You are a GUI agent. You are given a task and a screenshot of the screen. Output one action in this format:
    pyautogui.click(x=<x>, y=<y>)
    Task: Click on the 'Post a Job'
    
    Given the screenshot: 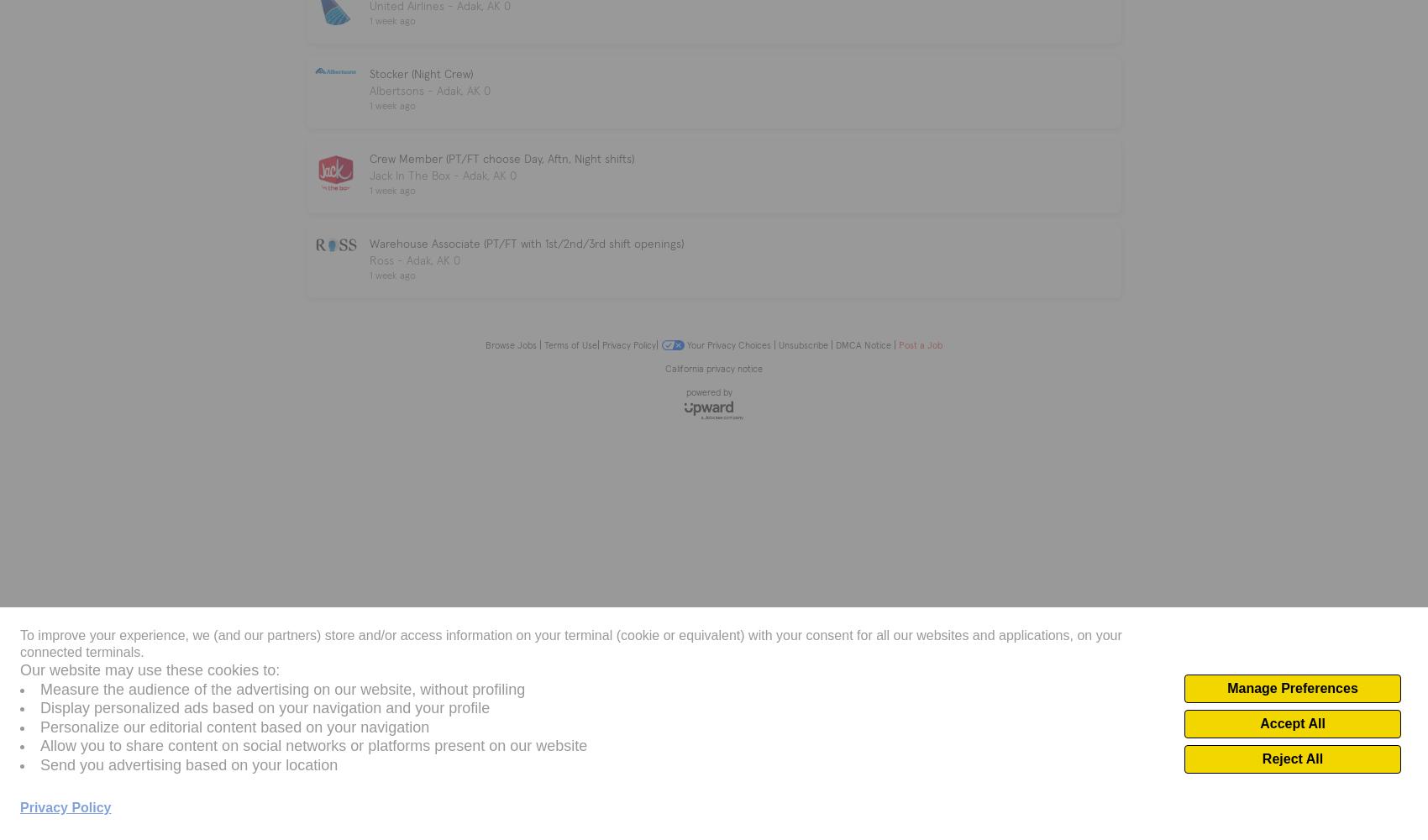 What is the action you would take?
    pyautogui.click(x=918, y=344)
    